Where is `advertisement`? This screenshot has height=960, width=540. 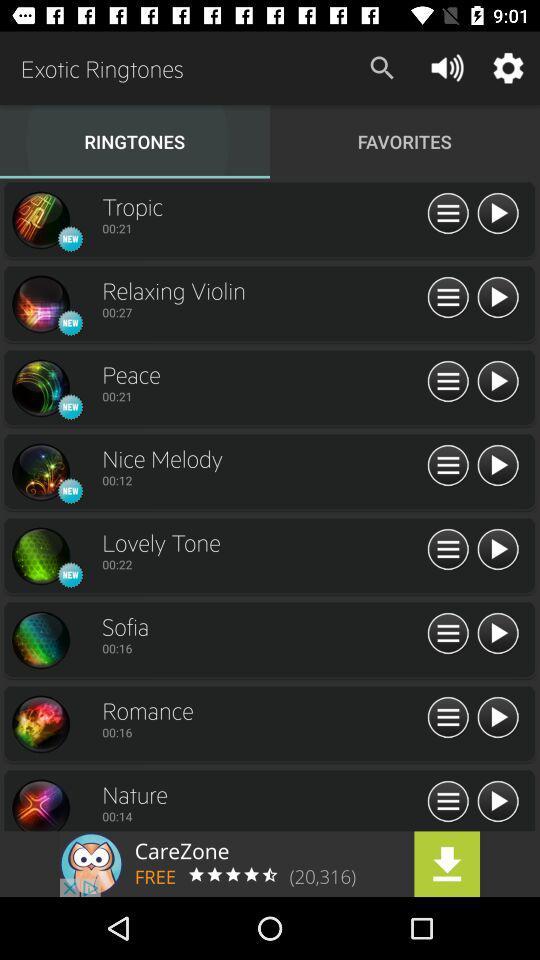 advertisement is located at coordinates (270, 863).